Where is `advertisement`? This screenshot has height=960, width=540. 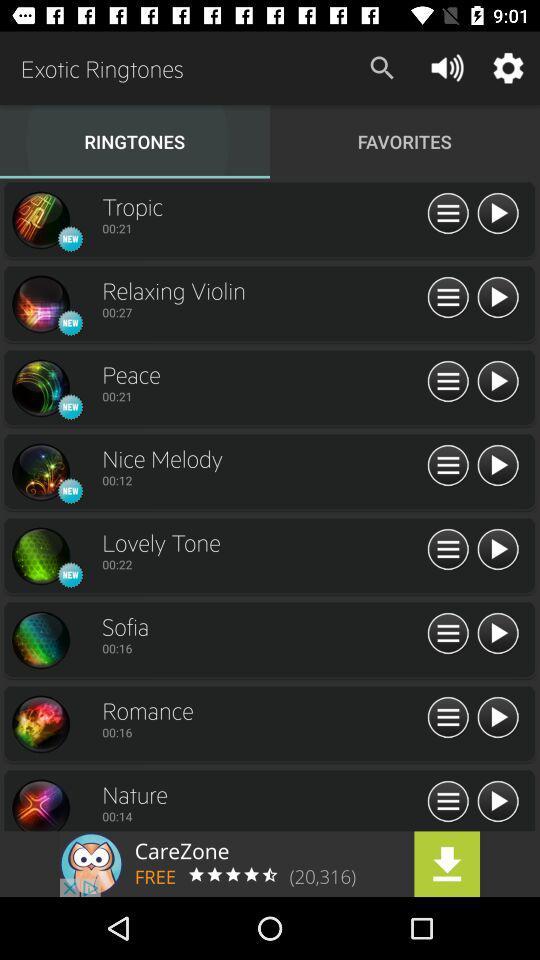 advertisement is located at coordinates (270, 863).